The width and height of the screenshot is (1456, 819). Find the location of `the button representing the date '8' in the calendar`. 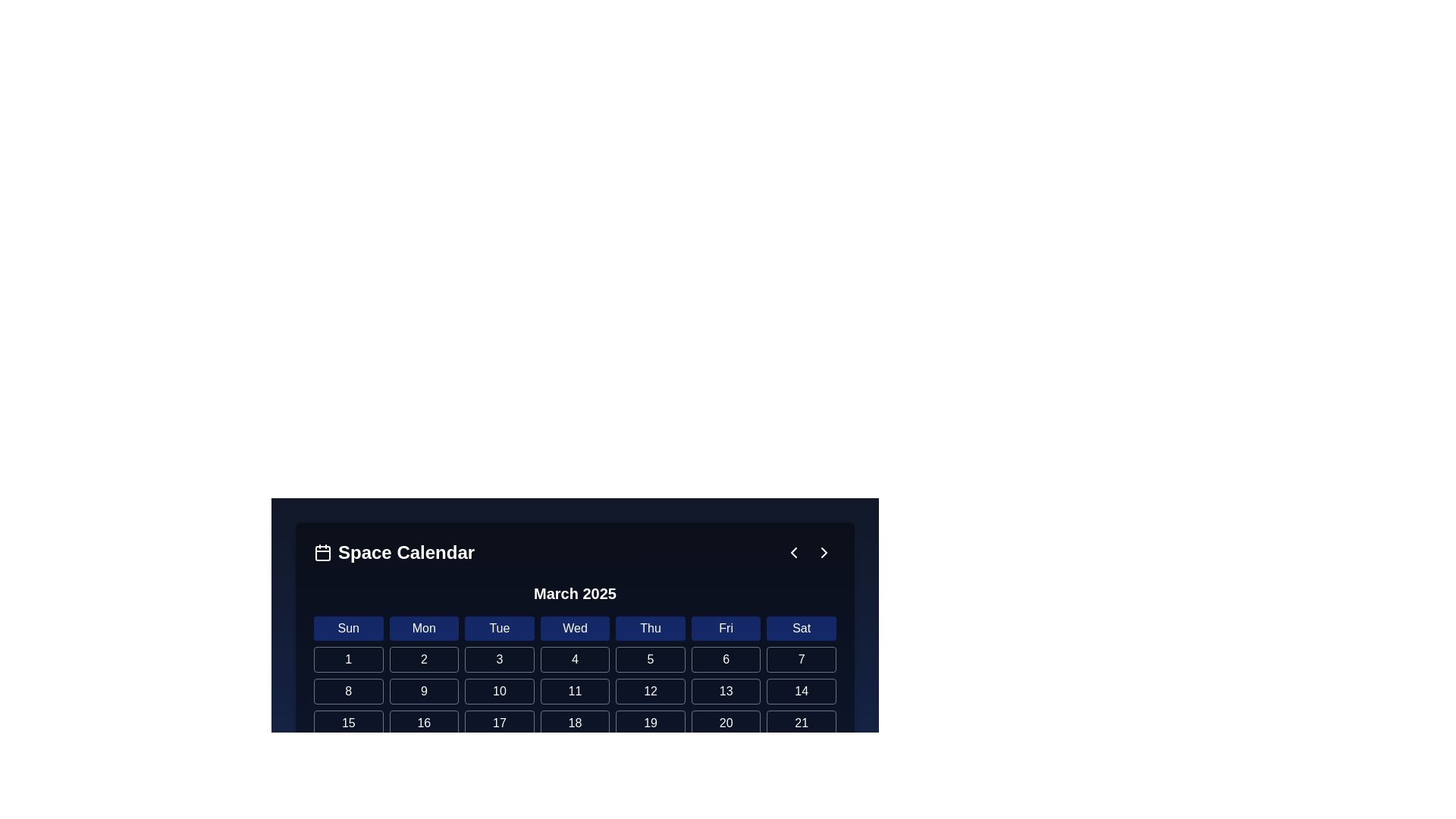

the button representing the date '8' in the calendar is located at coordinates (347, 691).